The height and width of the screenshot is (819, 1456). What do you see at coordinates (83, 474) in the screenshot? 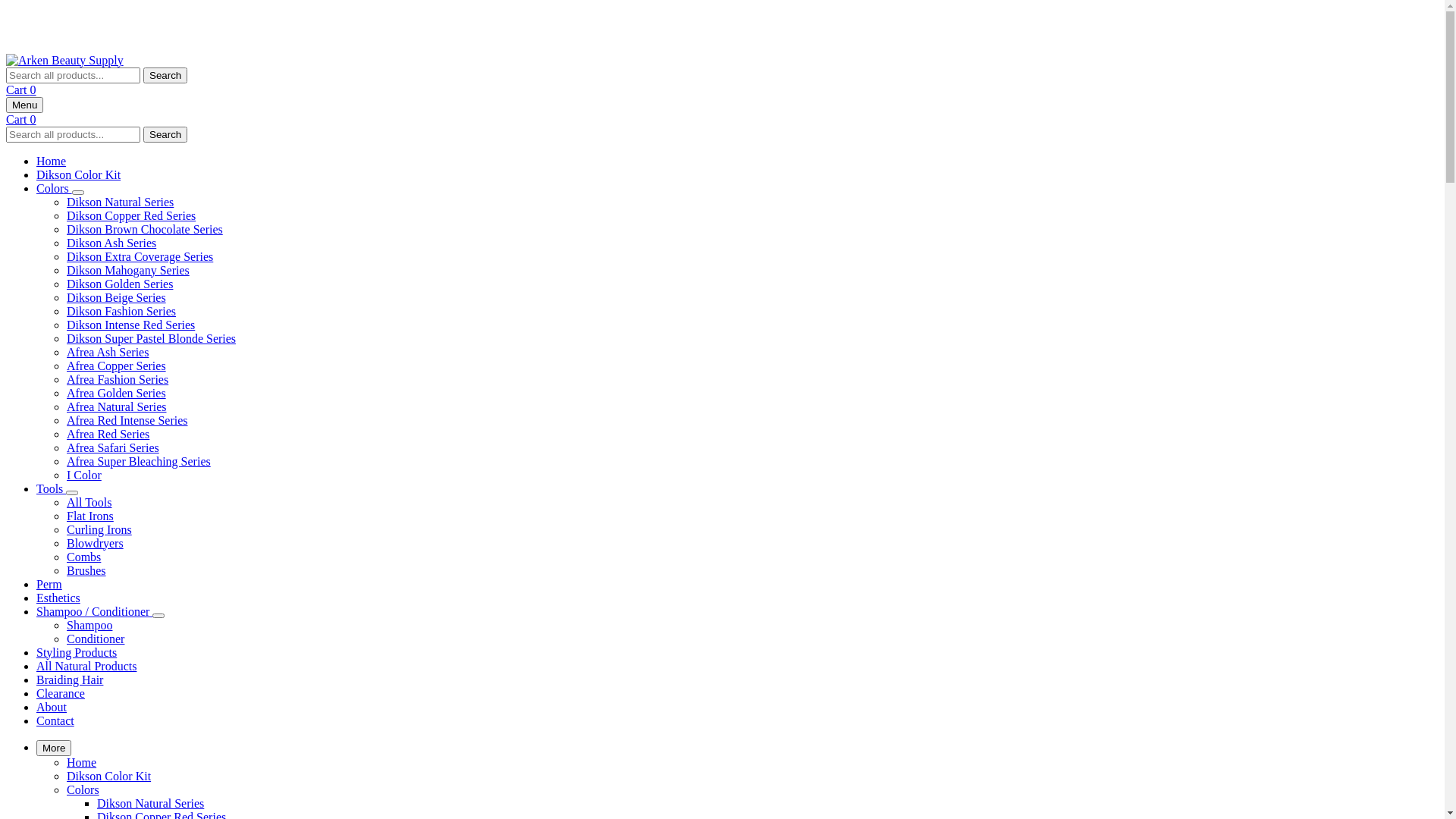
I see `'I Color'` at bounding box center [83, 474].